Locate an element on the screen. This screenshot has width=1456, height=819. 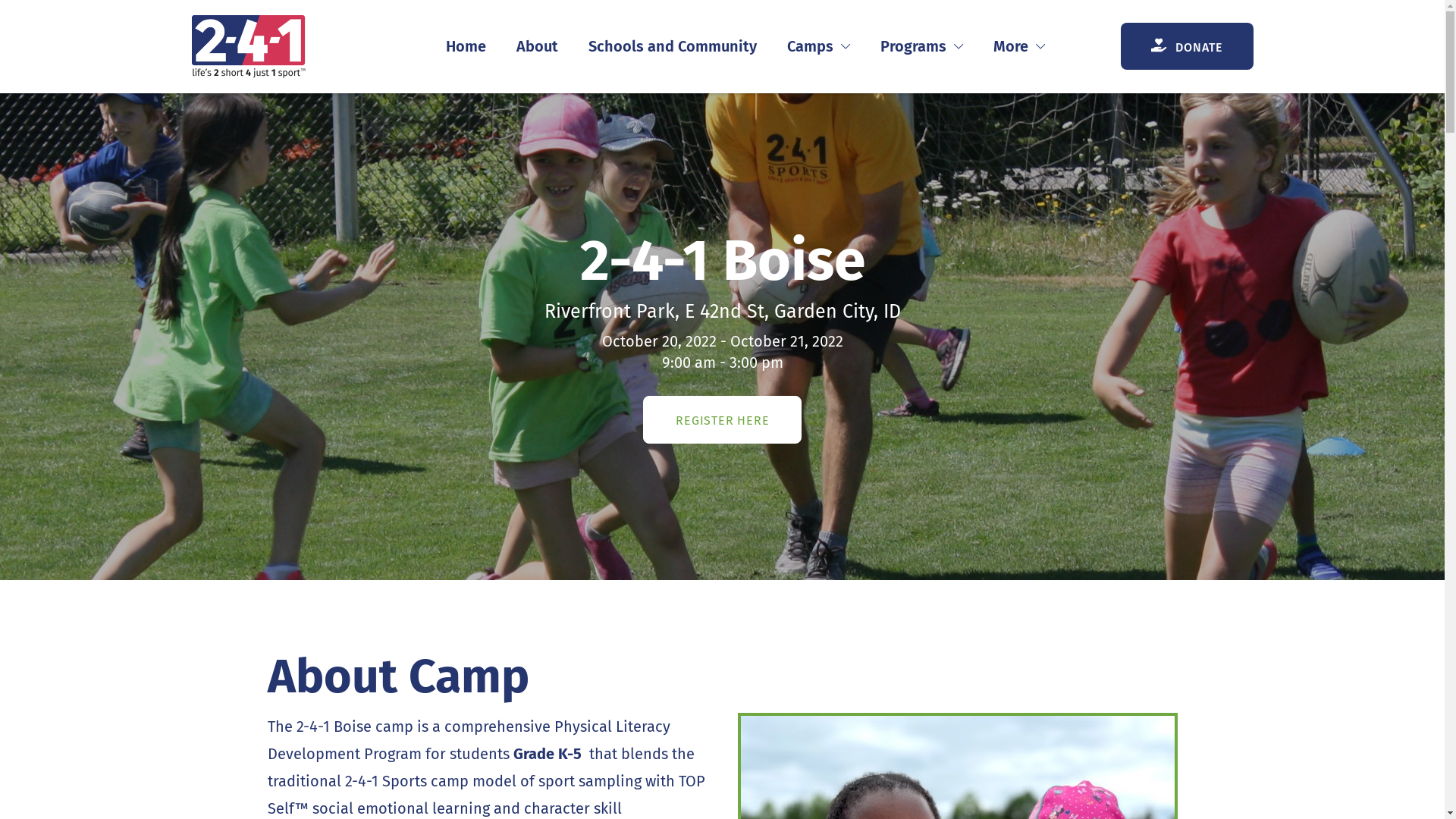
'REGISTER HERE' is located at coordinates (721, 419).